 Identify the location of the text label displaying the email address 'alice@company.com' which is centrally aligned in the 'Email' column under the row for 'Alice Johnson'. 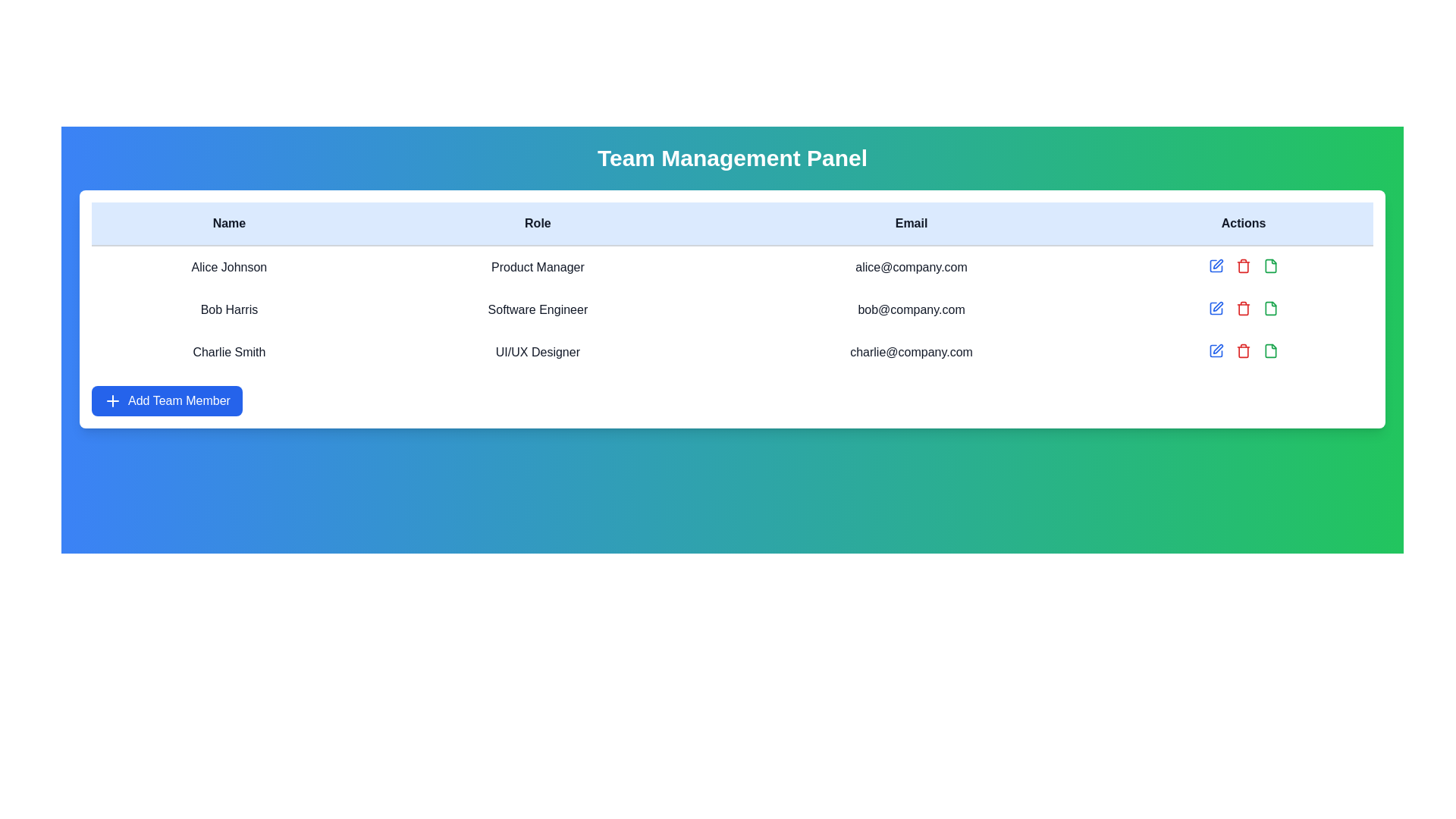
(911, 266).